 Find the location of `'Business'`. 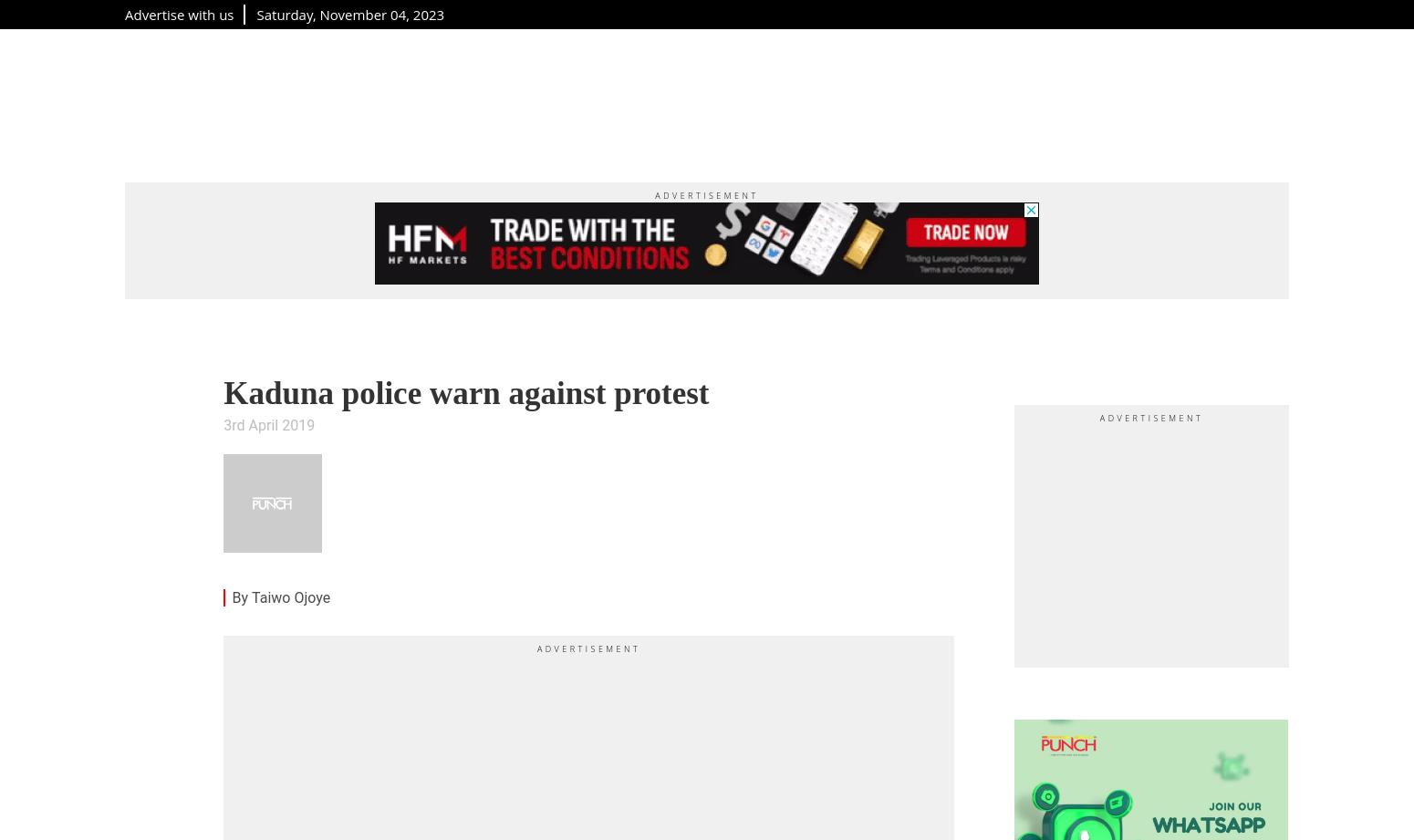

'Business' is located at coordinates (797, 101).